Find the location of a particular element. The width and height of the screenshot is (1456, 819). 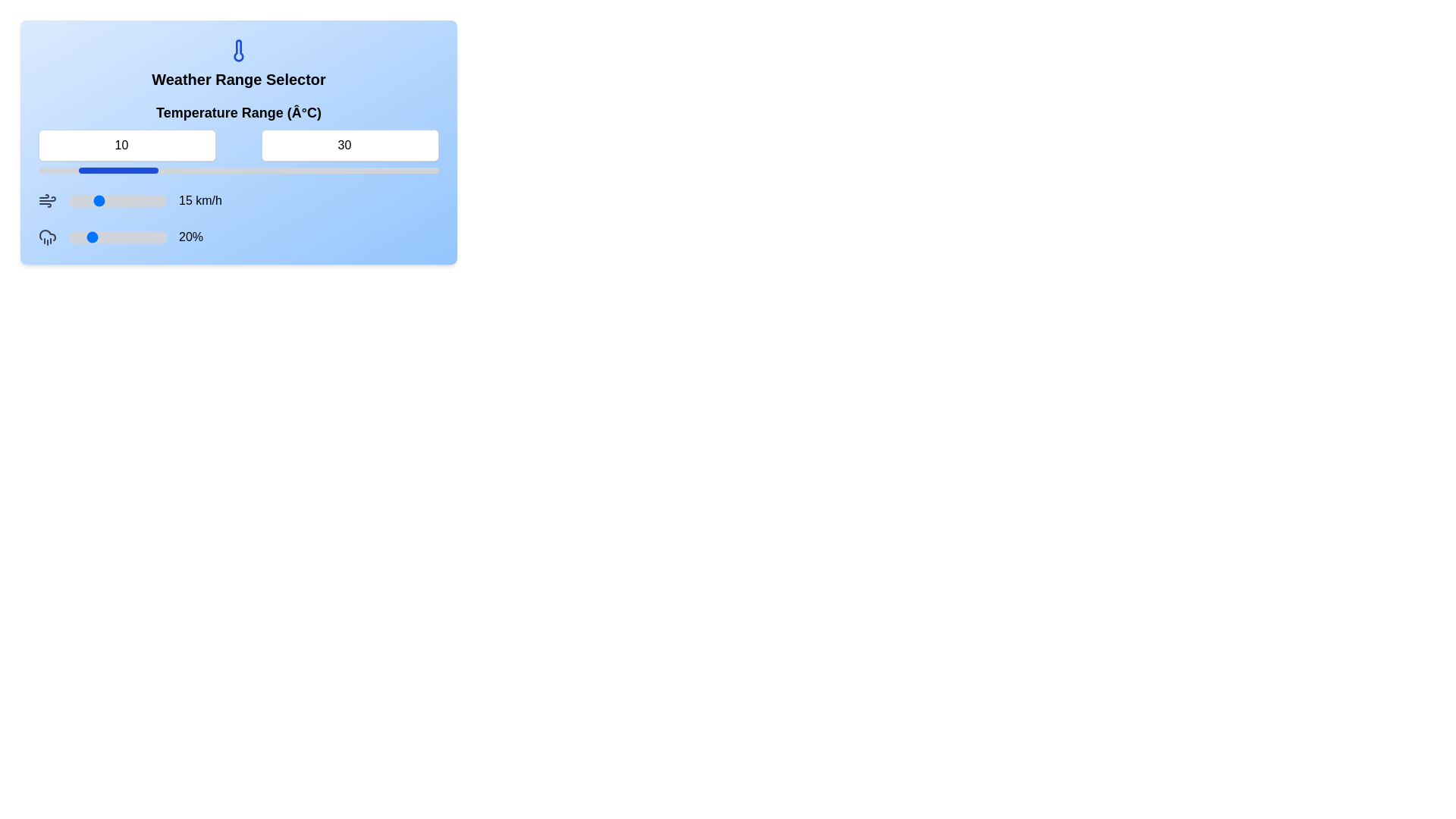

the slider is located at coordinates (121, 237).